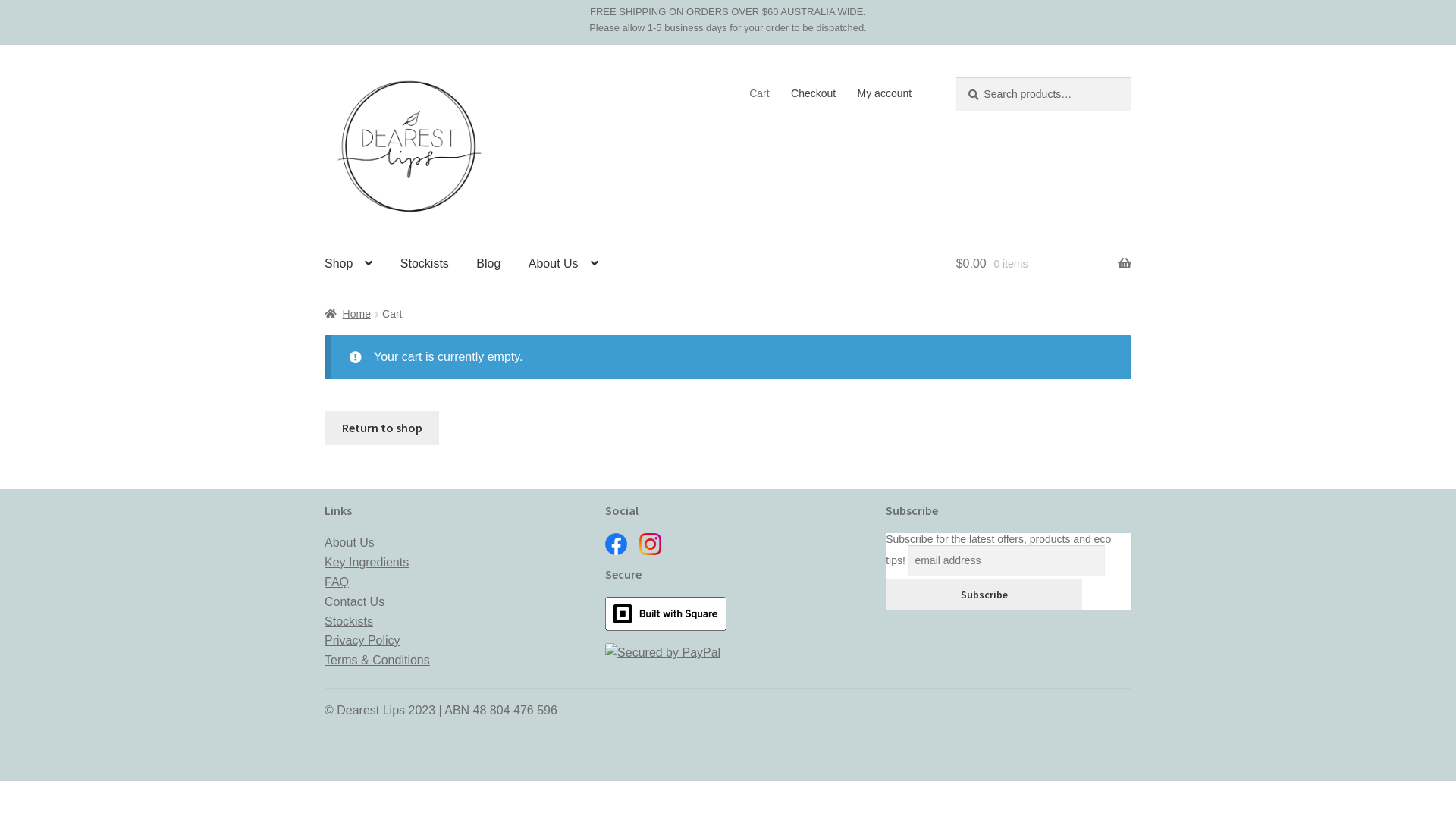  I want to click on 'Search', so click(954, 77).